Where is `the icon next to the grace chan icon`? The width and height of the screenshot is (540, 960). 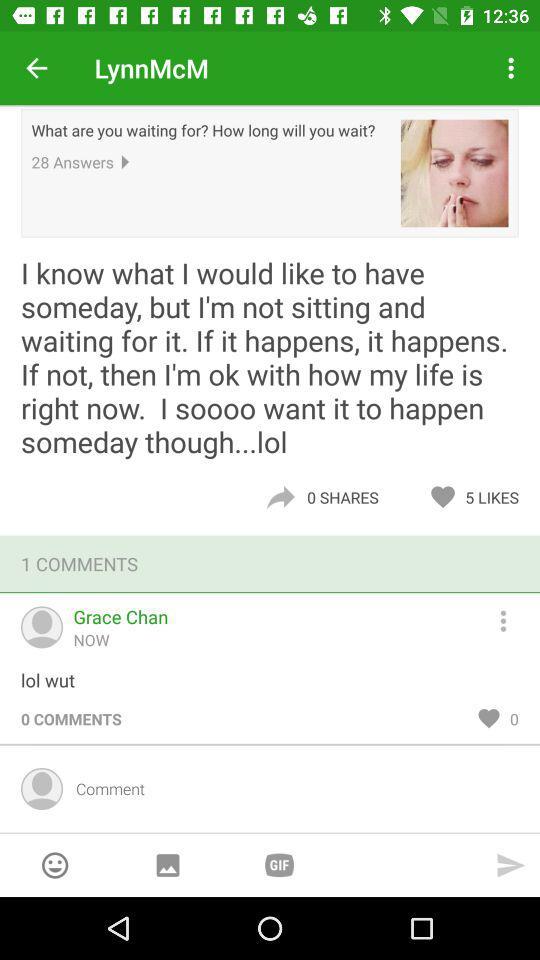 the icon next to the grace chan icon is located at coordinates (512, 617).